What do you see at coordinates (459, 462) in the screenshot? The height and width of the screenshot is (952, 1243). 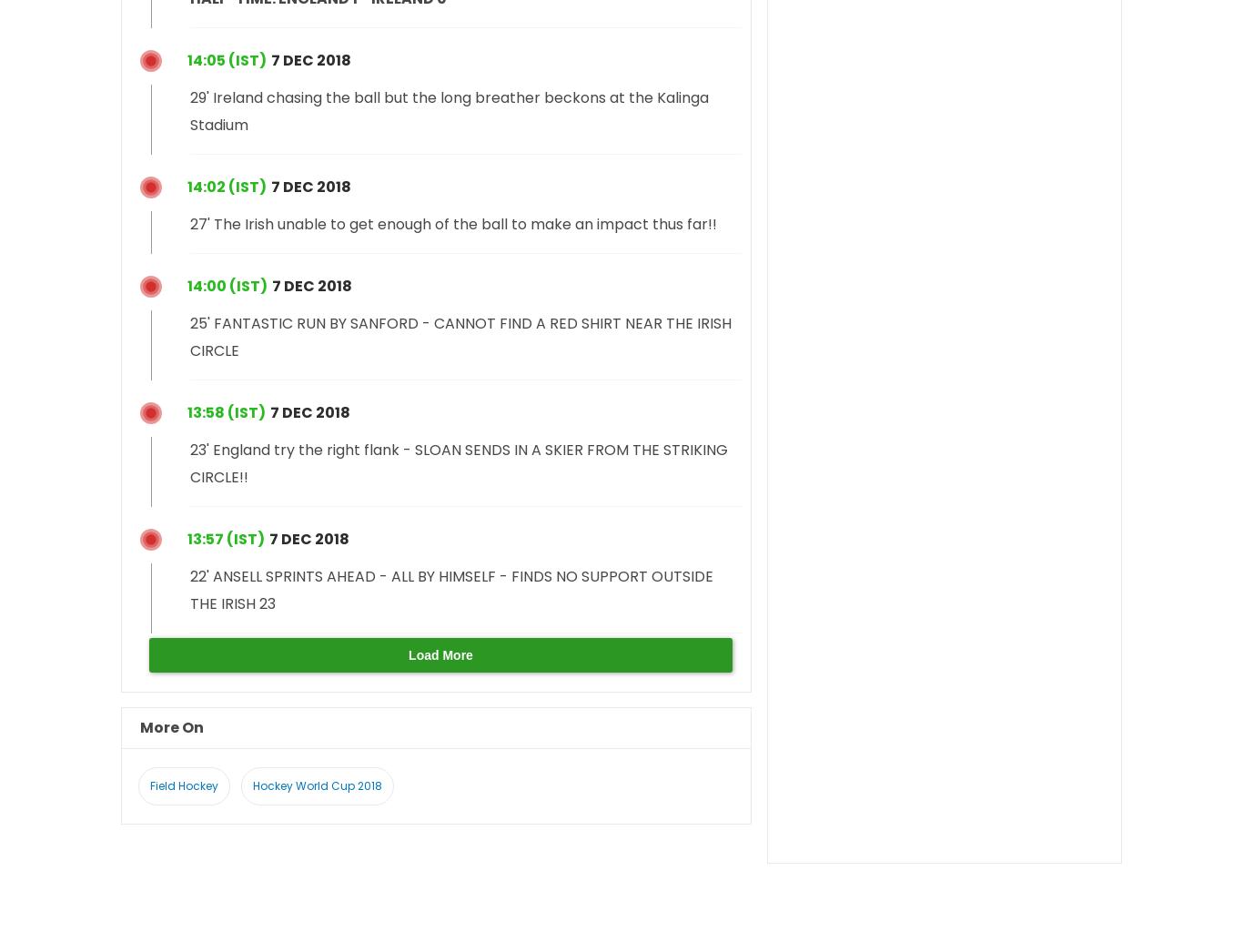 I see `'23' England try the right flank - SLOAN SENDS IN A SKIER FROM THE STRIKING CIRCLE!!'` at bounding box center [459, 462].